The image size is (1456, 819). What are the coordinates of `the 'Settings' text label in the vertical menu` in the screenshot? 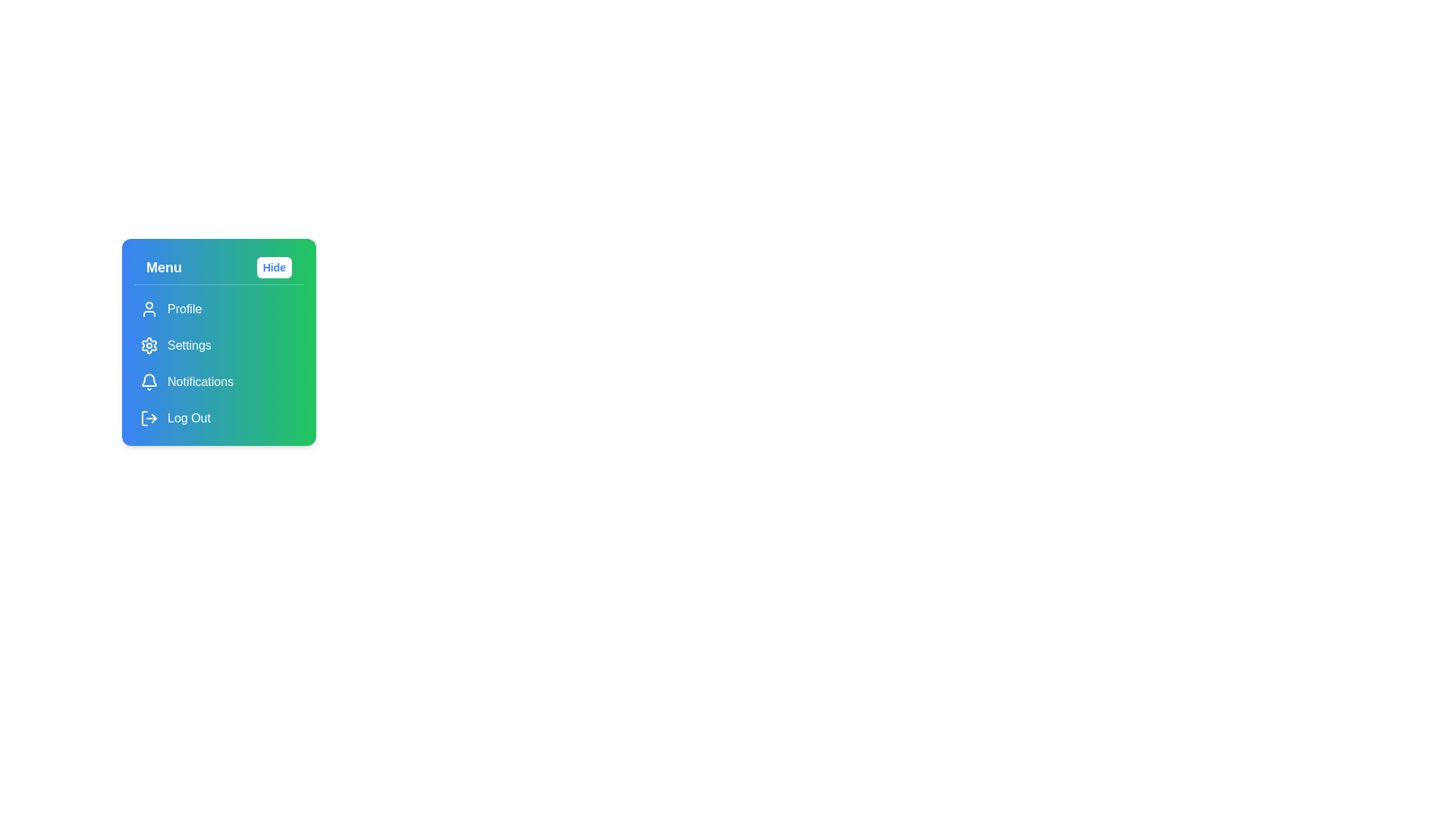 It's located at (188, 345).